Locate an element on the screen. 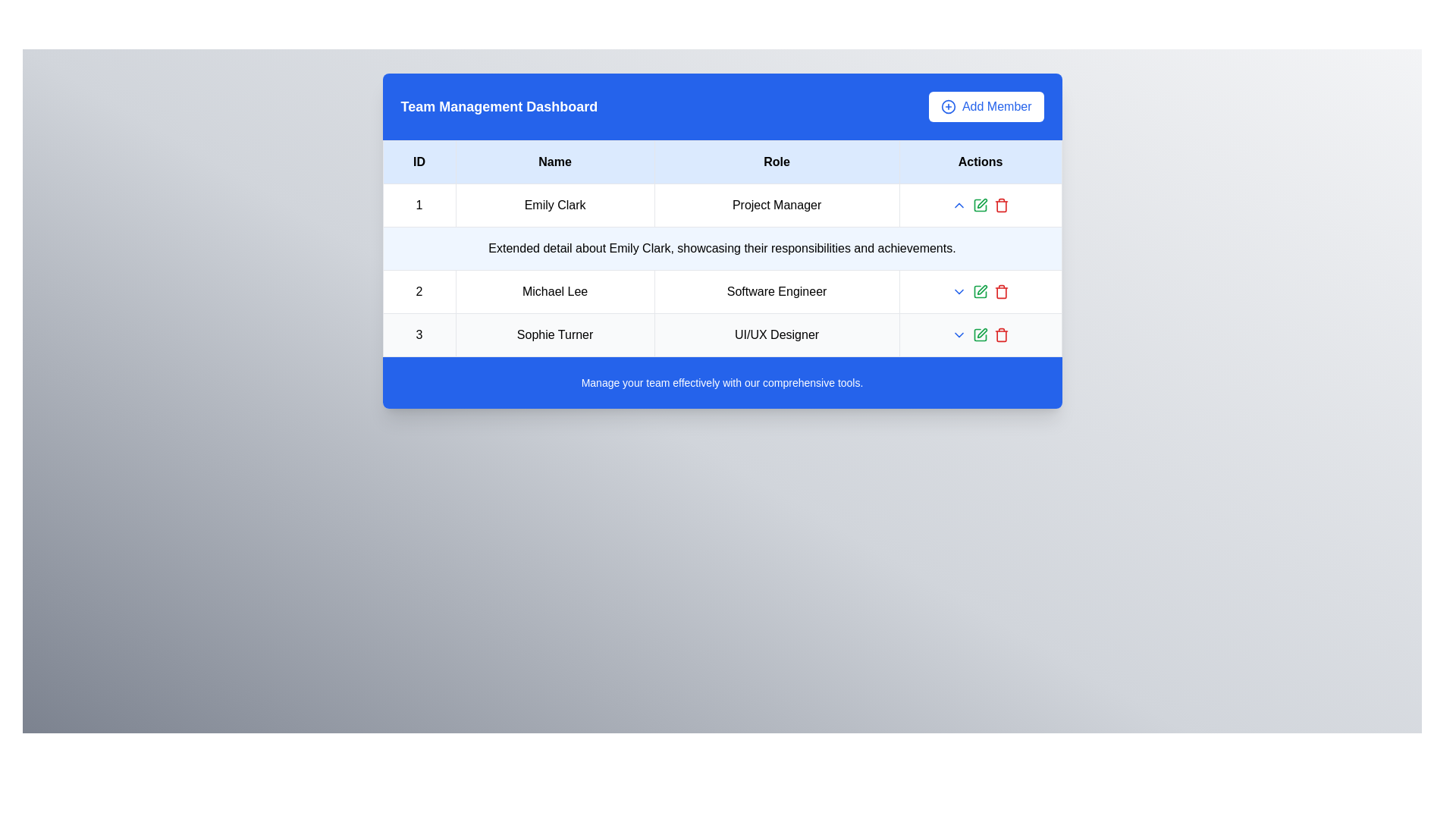 The image size is (1456, 819). the button located on the top-right corner of the blue header bar next to the 'Team Management Dashboard' text is located at coordinates (986, 106).